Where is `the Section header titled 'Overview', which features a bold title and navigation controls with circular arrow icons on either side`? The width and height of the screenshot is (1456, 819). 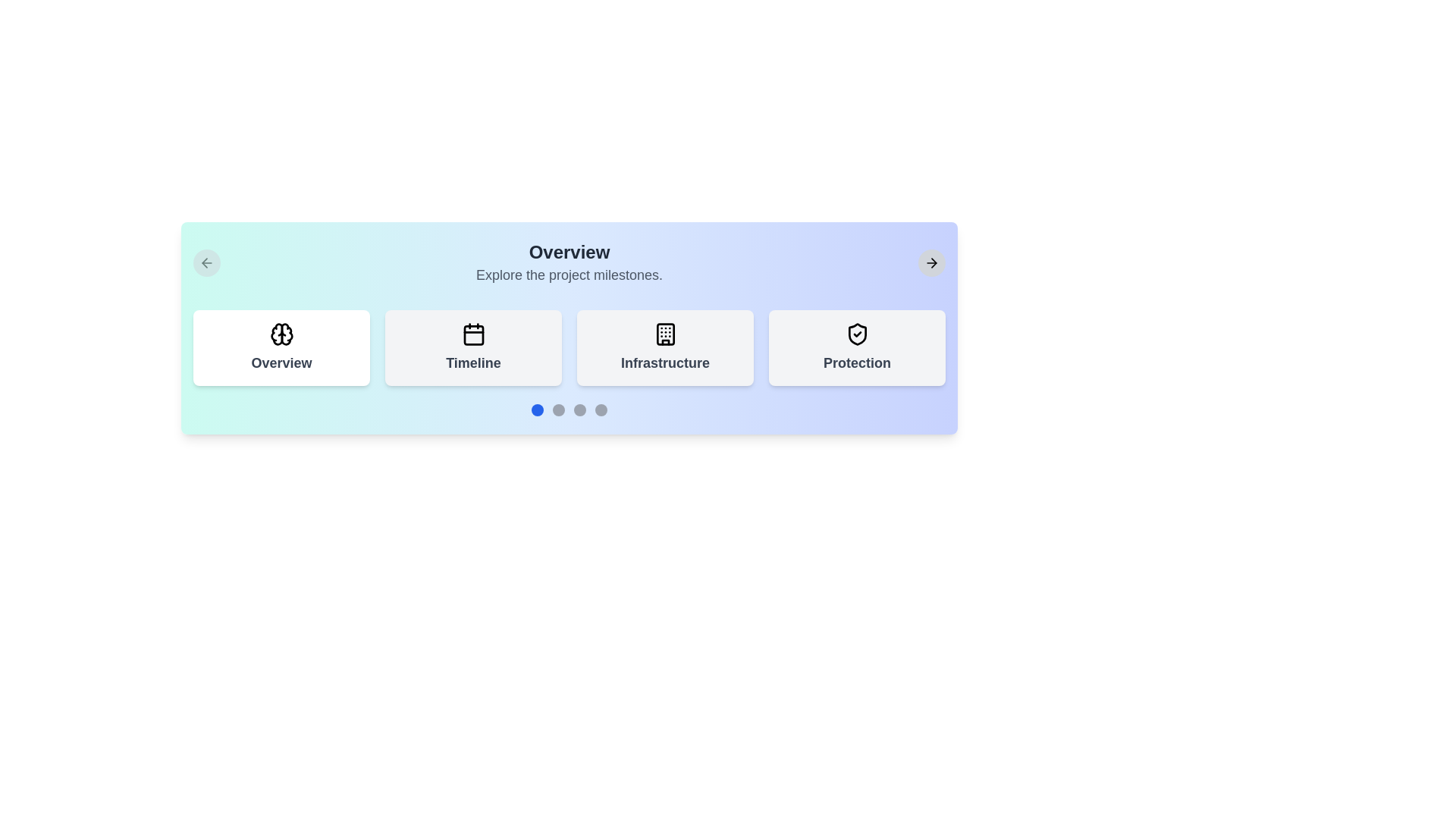
the Section header titled 'Overview', which features a bold title and navigation controls with circular arrow icons on either side is located at coordinates (568, 262).